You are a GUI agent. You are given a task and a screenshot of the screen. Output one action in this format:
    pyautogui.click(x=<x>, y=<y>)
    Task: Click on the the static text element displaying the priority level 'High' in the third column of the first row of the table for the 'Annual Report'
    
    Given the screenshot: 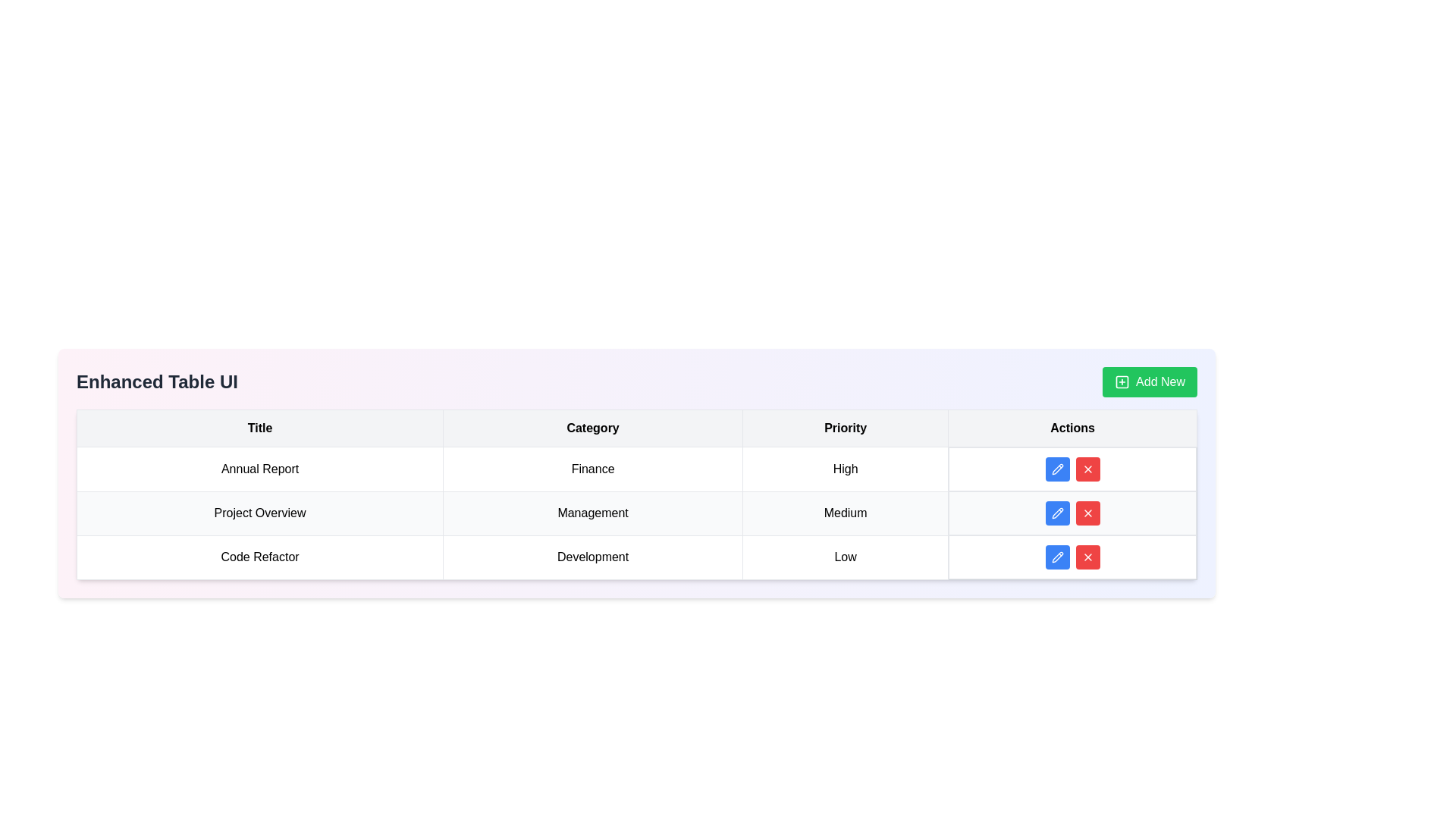 What is the action you would take?
    pyautogui.click(x=845, y=468)
    